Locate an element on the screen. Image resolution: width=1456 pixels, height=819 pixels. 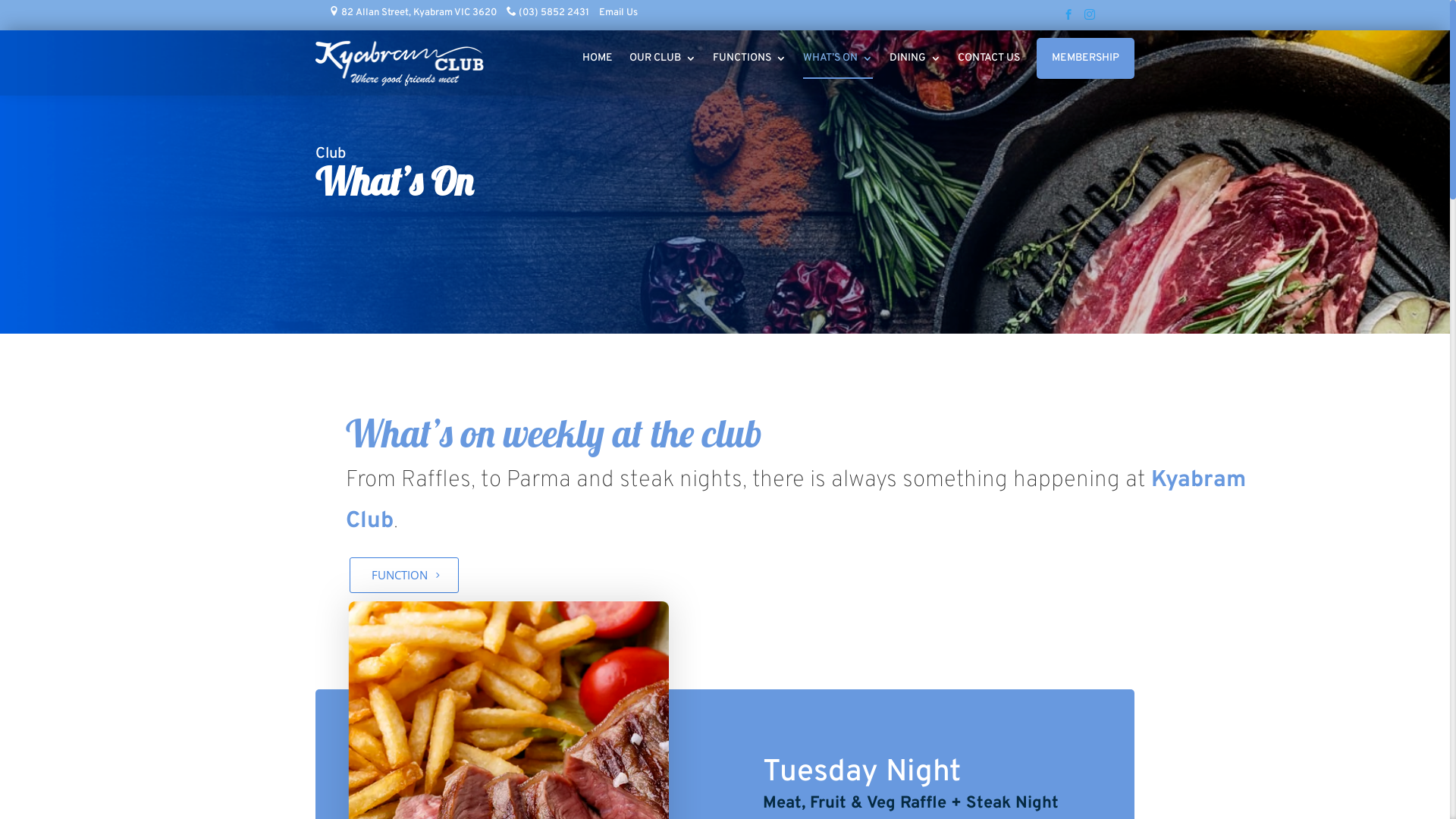
'OUR CLUB' is located at coordinates (662, 65).